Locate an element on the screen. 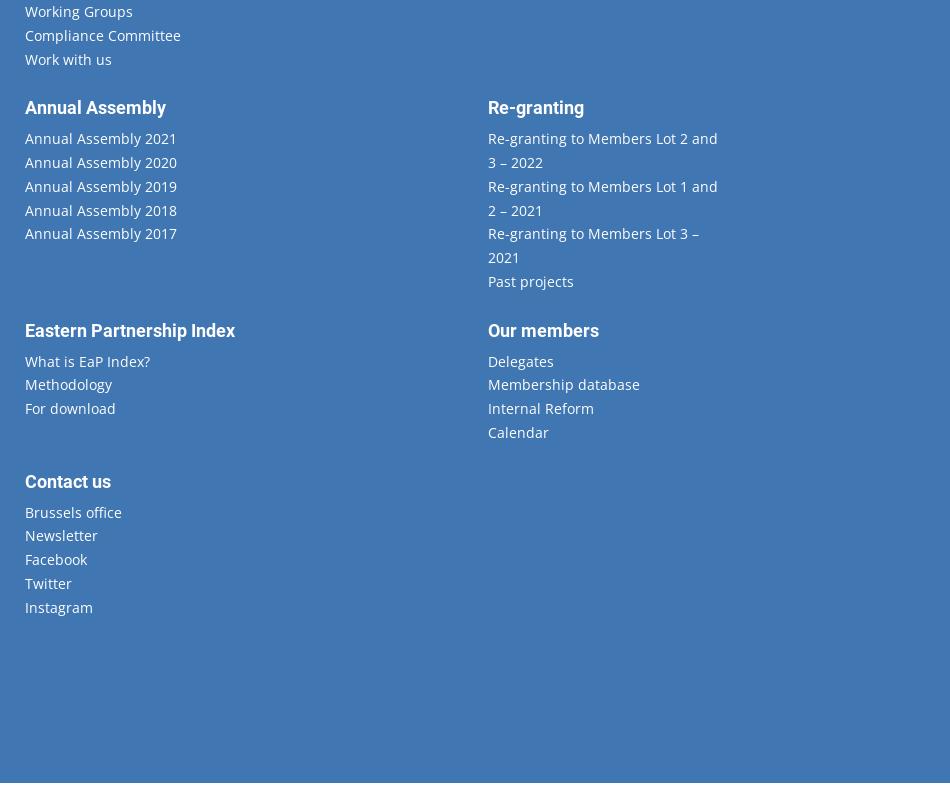  'Annual Assembly 2019' is located at coordinates (100, 185).